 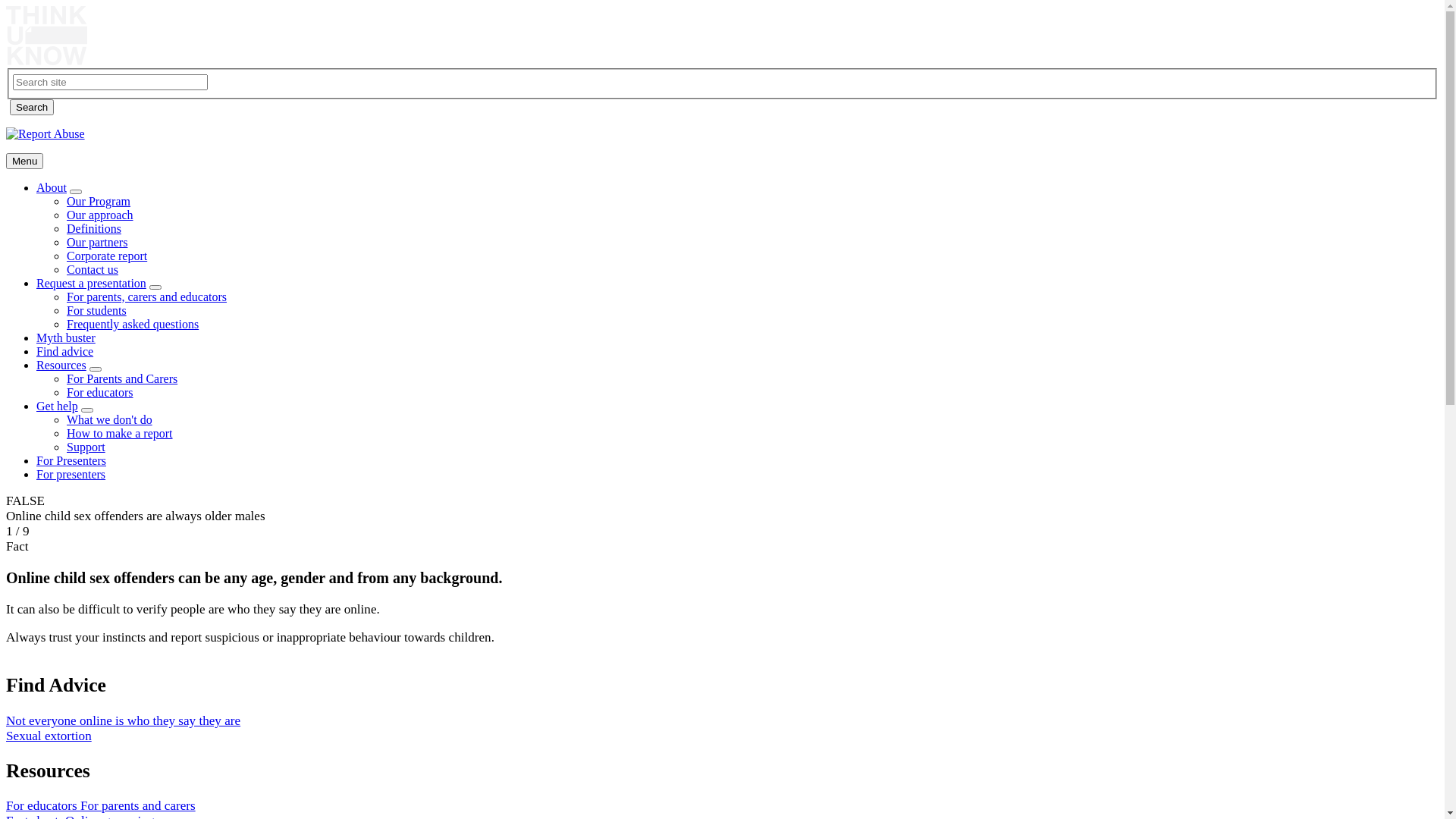 I want to click on 'Corporate report', so click(x=65, y=255).